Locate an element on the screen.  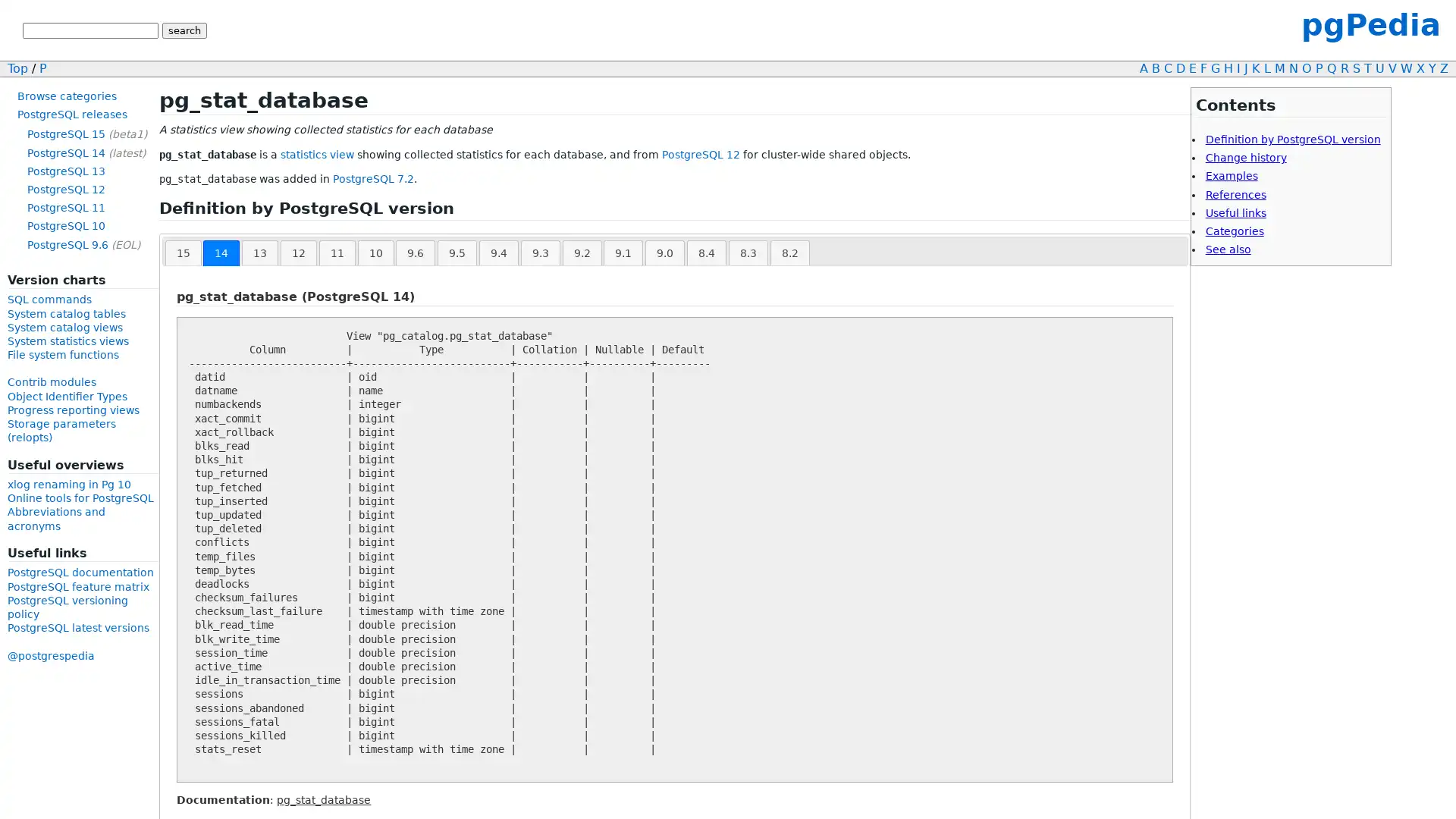
search is located at coordinates (184, 30).